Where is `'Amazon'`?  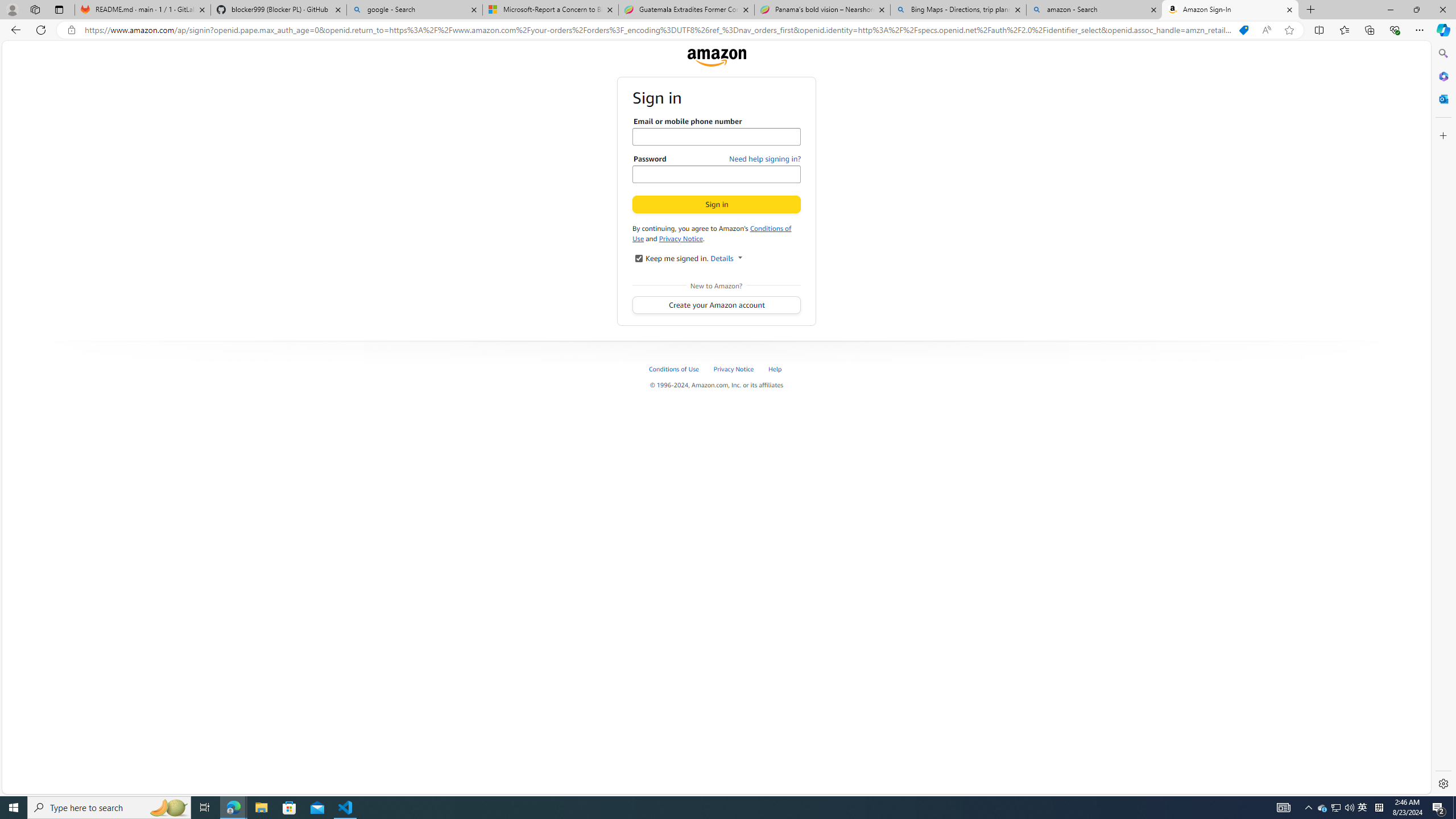 'Amazon' is located at coordinates (716, 57).